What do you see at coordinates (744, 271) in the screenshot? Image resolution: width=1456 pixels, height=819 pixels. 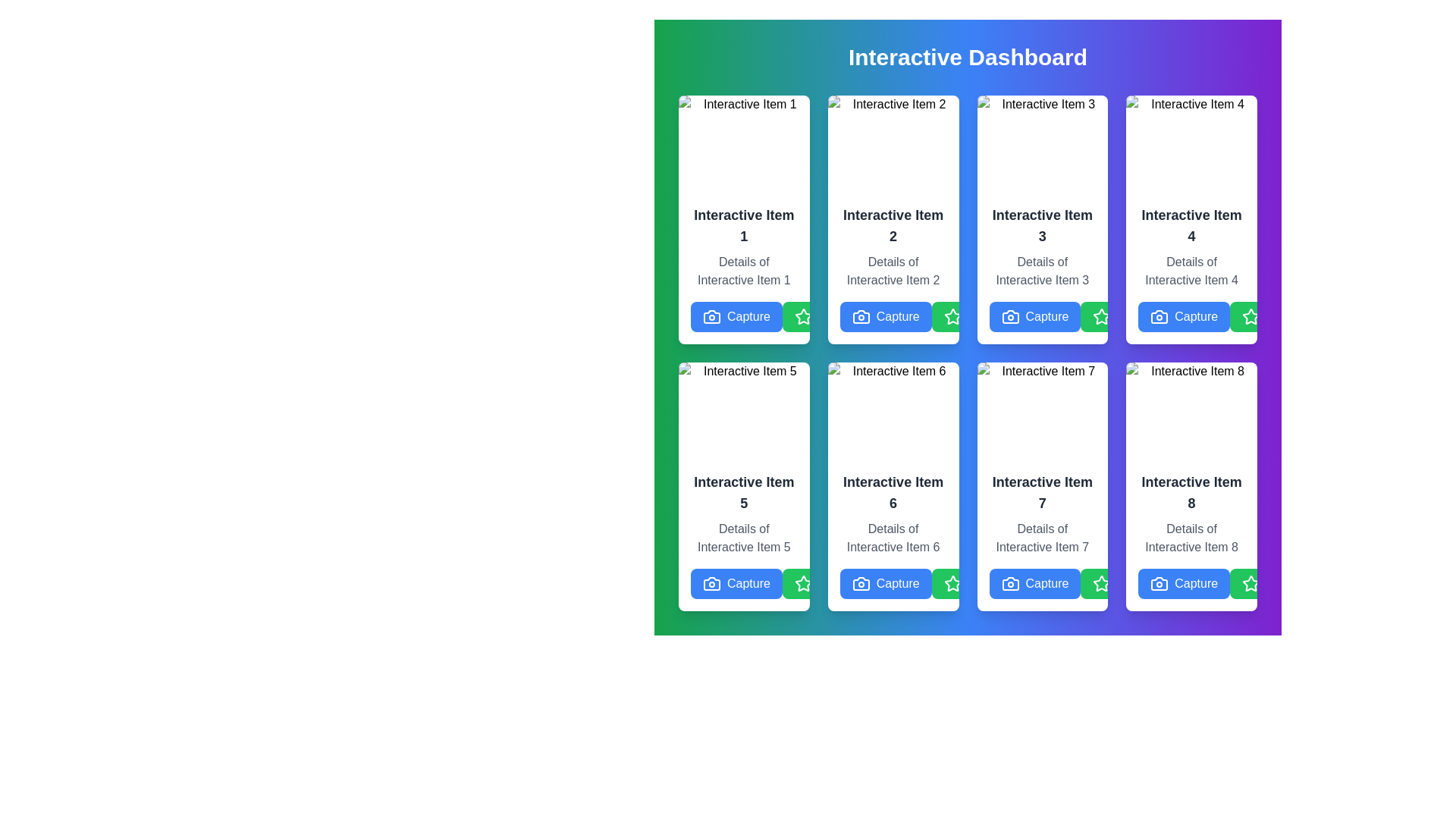 I see `the text field displaying 'Details of Interactive Item 1', which is styled with muted gray color and is centered beneath the title 'Interactive Item 1'` at bounding box center [744, 271].